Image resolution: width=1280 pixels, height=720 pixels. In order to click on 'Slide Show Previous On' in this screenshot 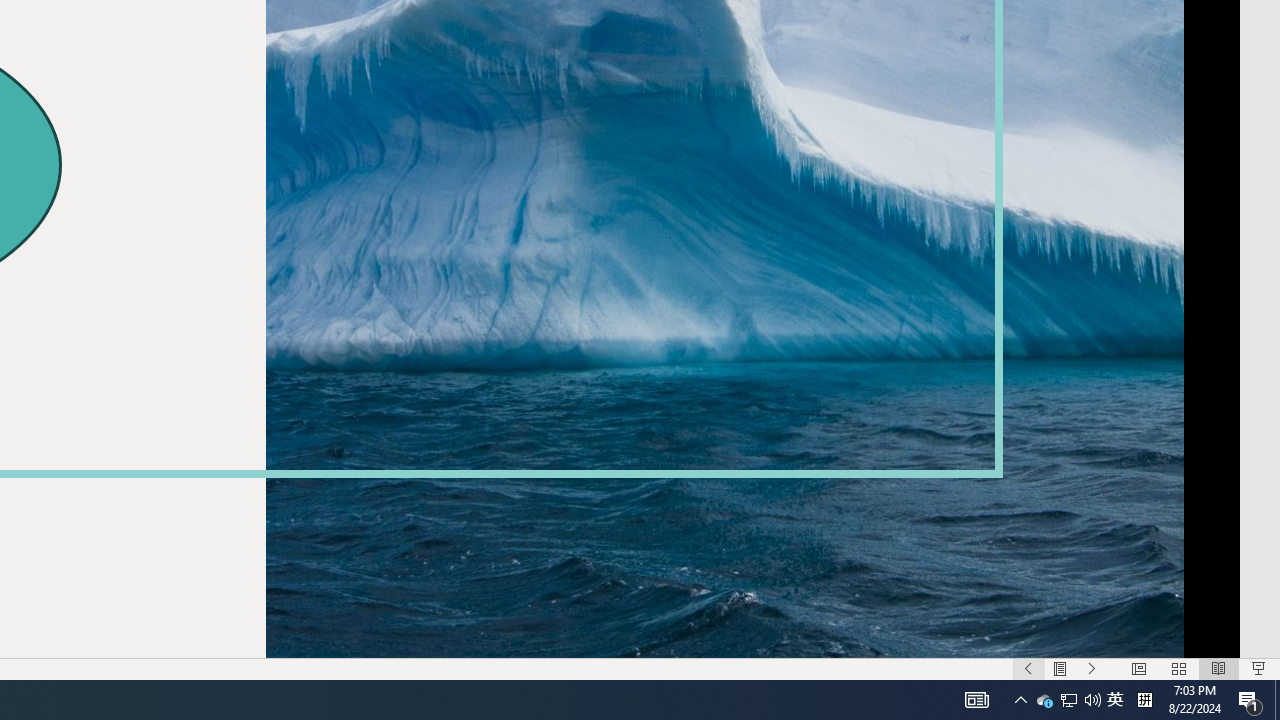, I will do `click(1028, 669)`.